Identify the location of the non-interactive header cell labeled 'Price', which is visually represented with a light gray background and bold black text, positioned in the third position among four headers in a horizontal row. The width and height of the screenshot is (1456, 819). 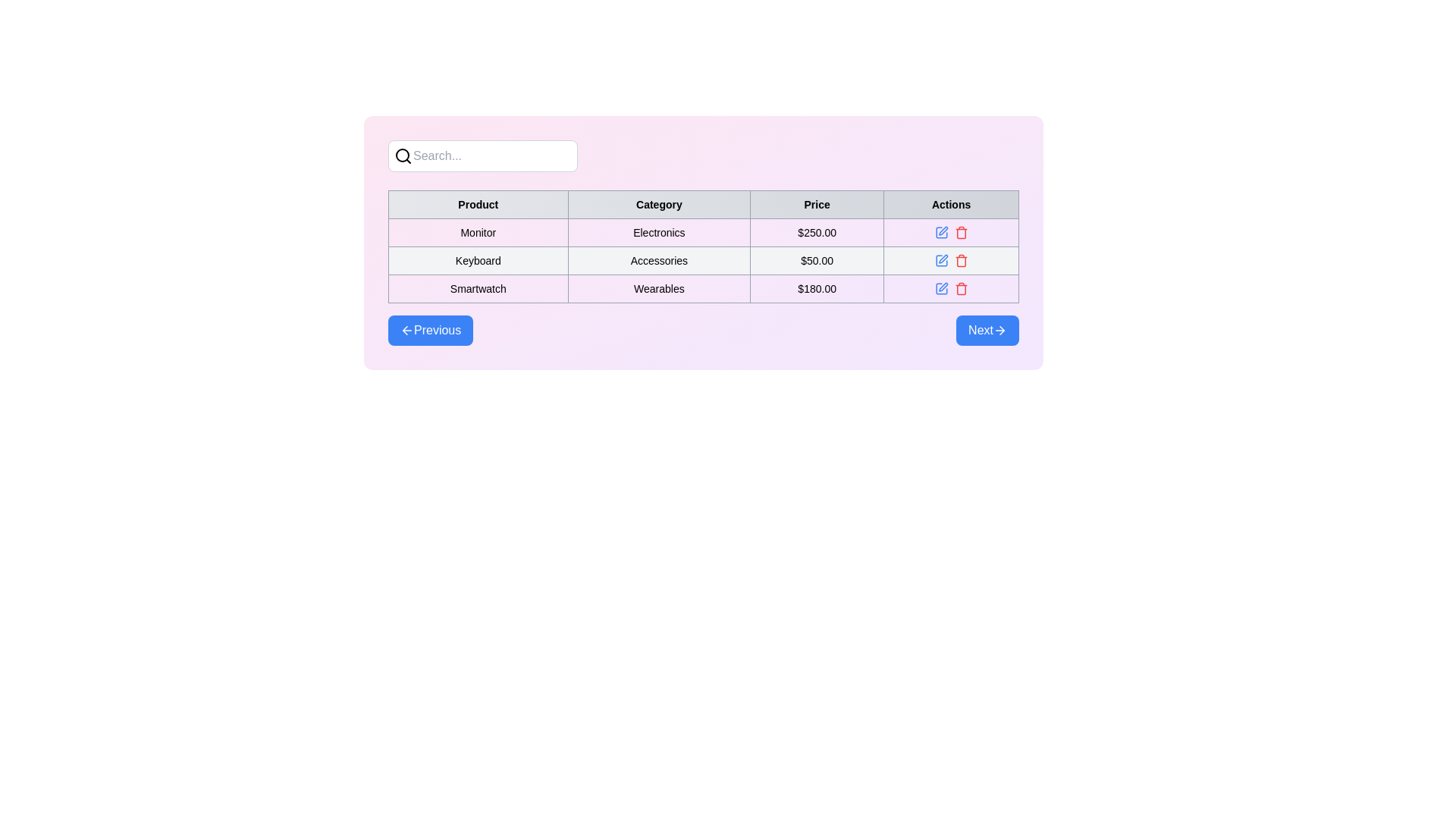
(816, 205).